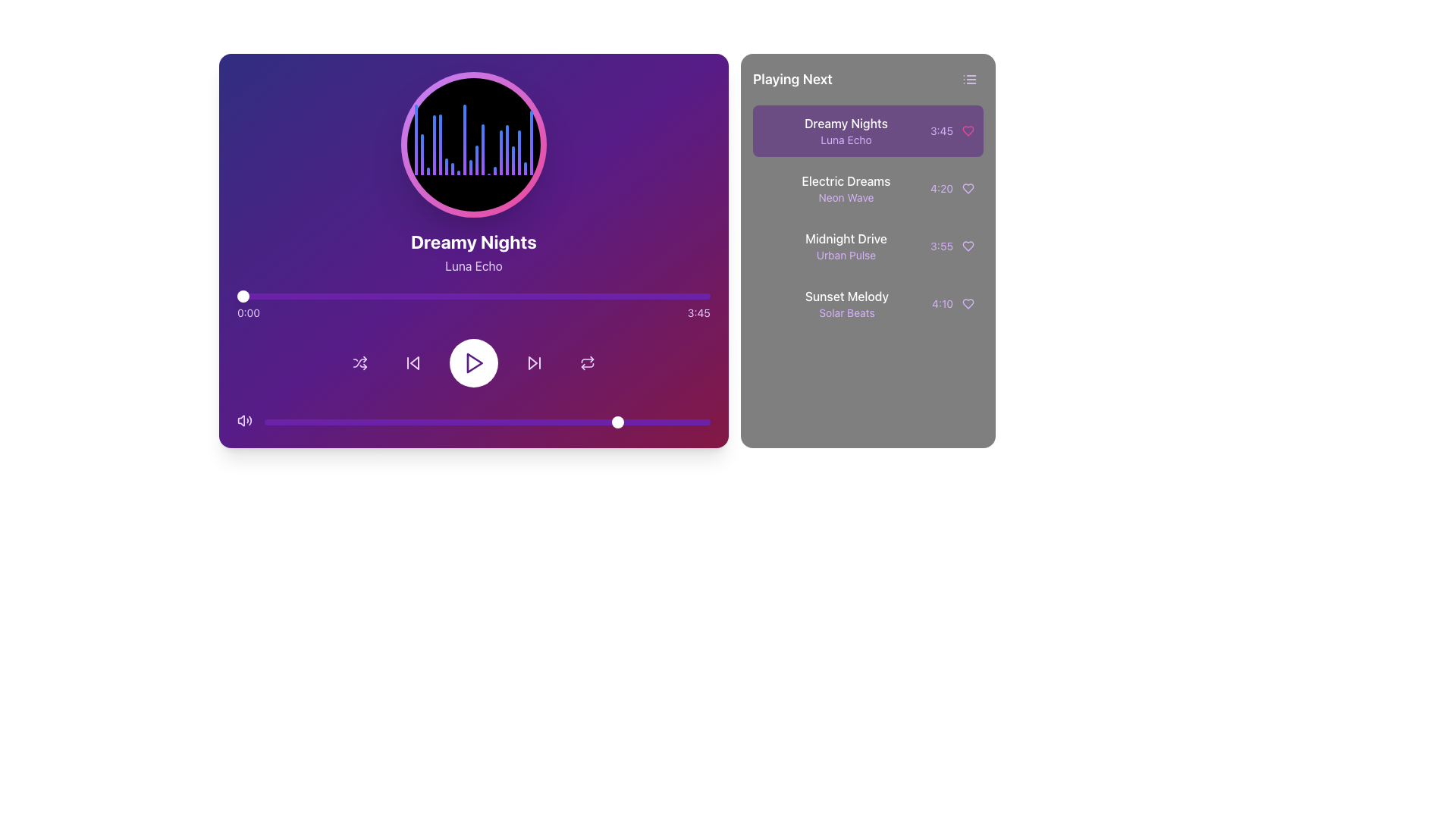 The height and width of the screenshot is (819, 1456). I want to click on the playback position, so click(376, 296).